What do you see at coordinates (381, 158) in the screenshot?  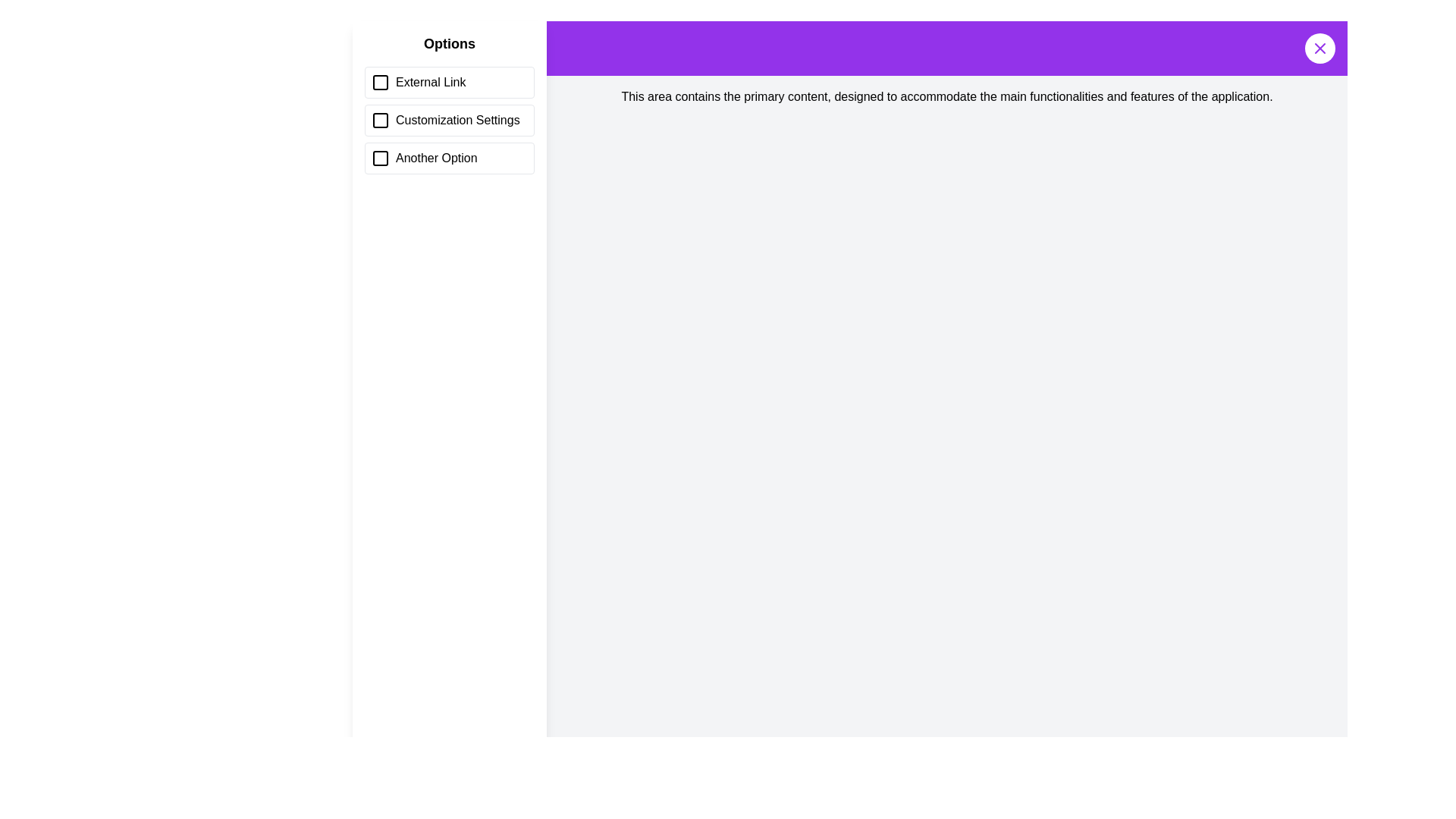 I see `the square-shaped icon located next to the text 'Another Option' in the third option of the 'Options' section` at bounding box center [381, 158].